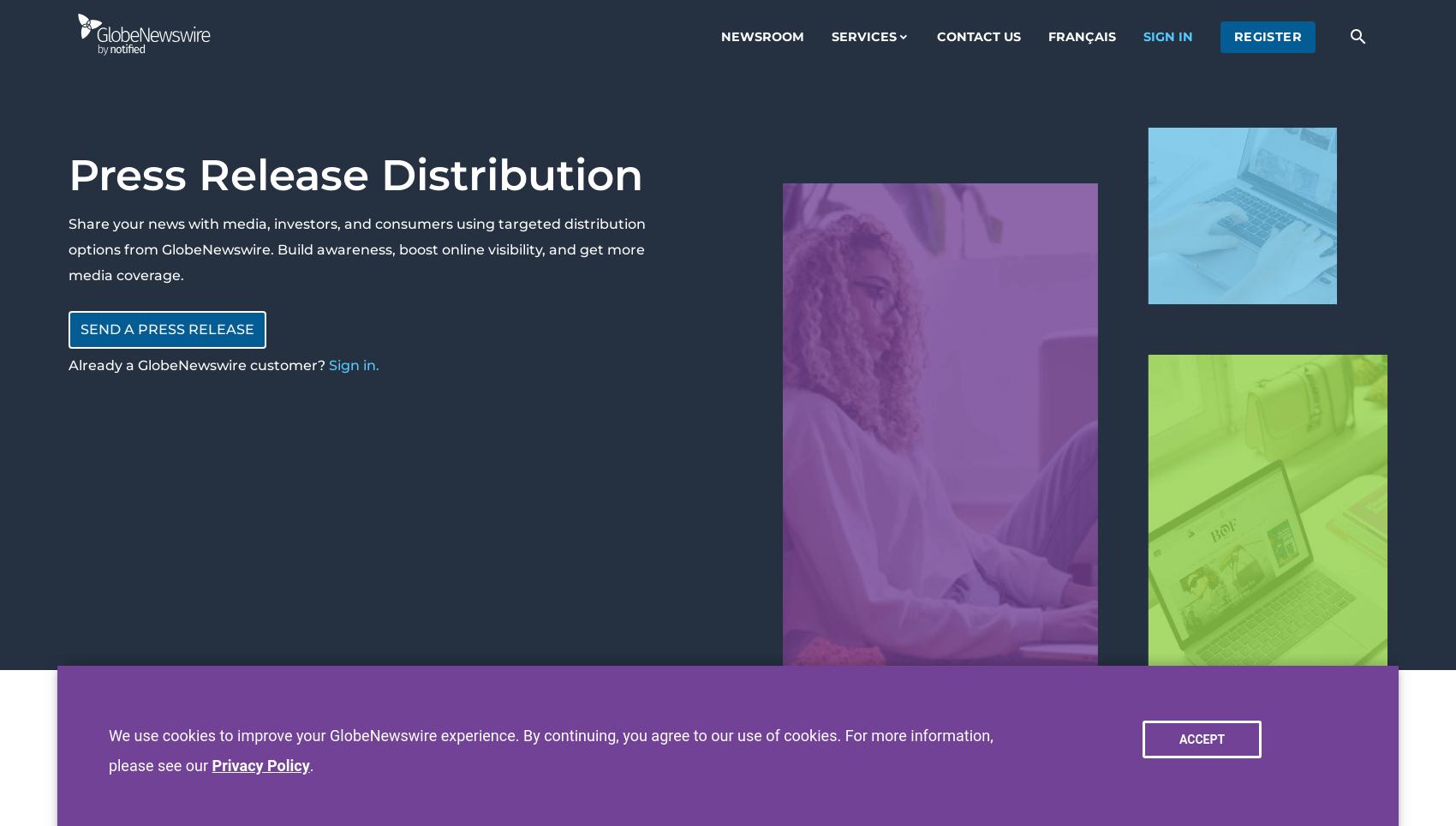 This screenshot has width=1456, height=826. Describe the element at coordinates (355, 175) in the screenshot. I see `'Press Release Distribution'` at that location.